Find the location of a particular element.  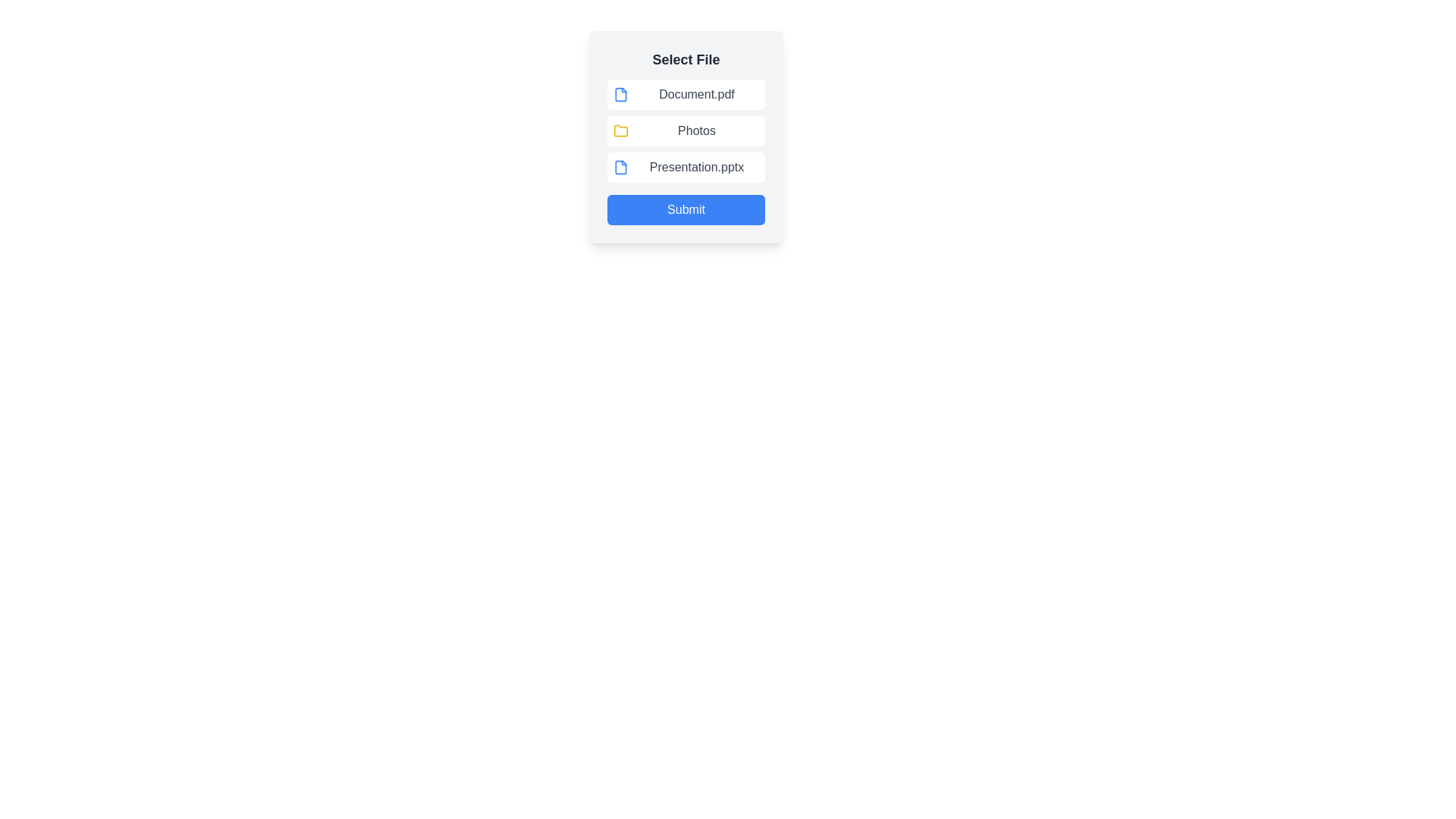

the selectable item in the list located centrally between the 'Select File' title and the 'Submit' button is located at coordinates (686, 130).